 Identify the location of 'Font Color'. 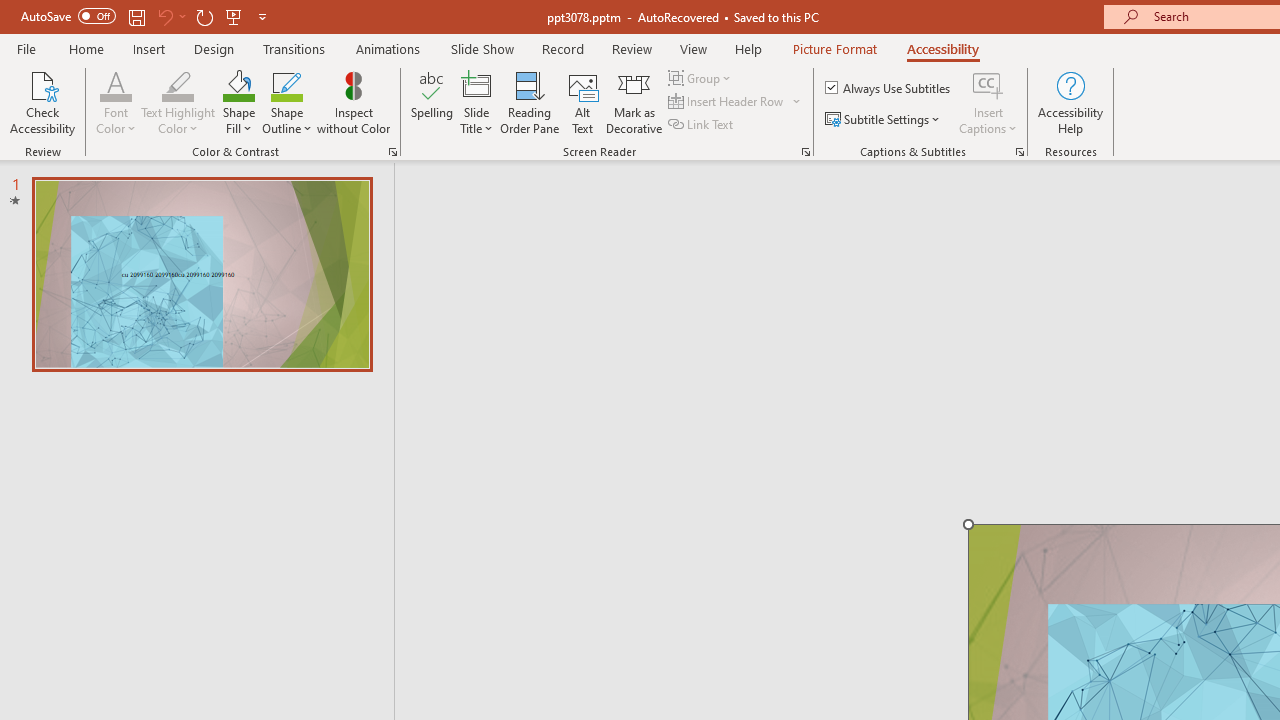
(115, 84).